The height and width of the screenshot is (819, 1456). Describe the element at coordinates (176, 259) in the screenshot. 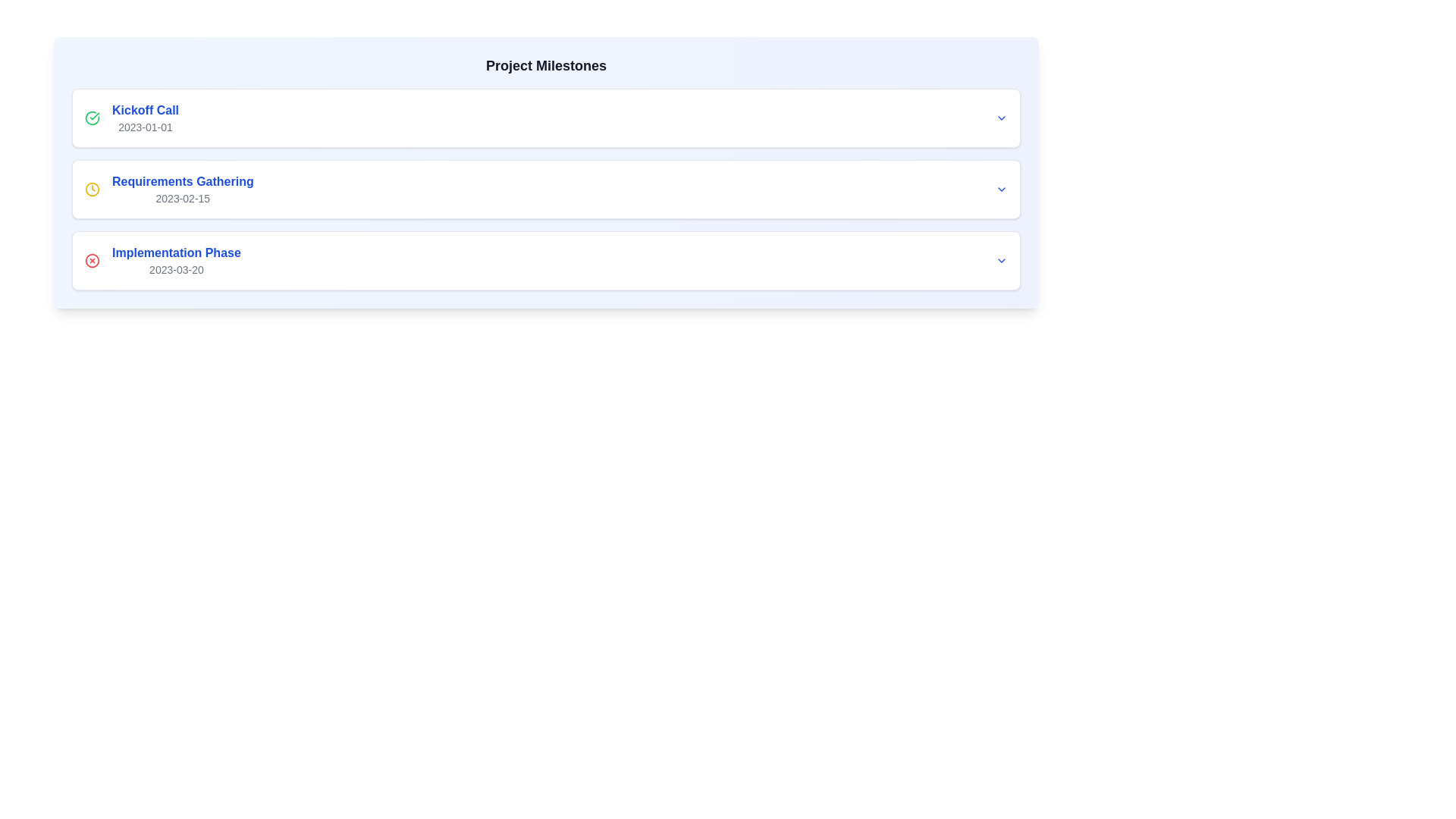

I see `the text block labeled 'Implementation Phase' with a subtext of '2023-03-20' within the 'Project Milestones' section` at that location.